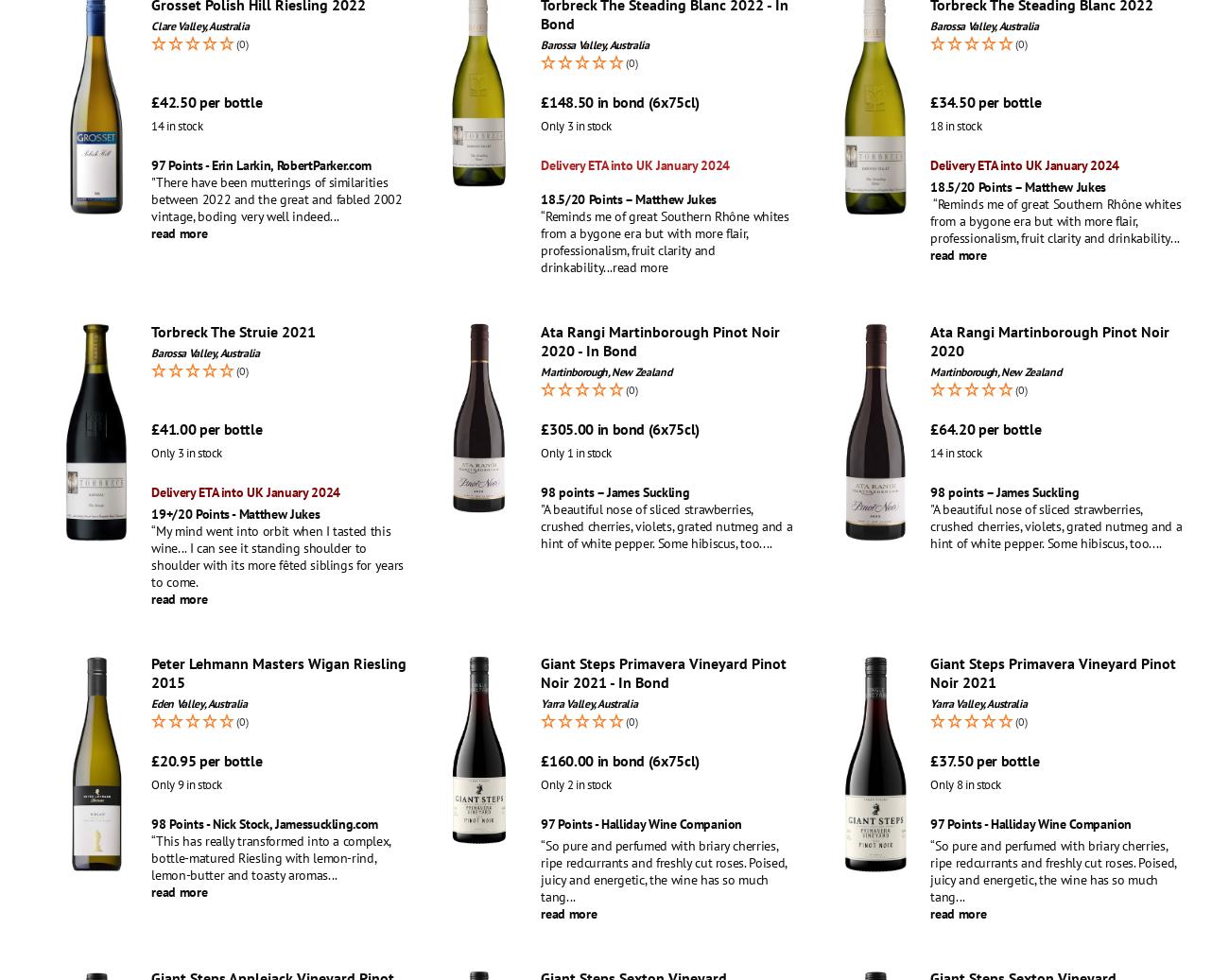 The width and height of the screenshot is (1229, 980). What do you see at coordinates (160, 427) in the screenshot?
I see `'41.00'` at bounding box center [160, 427].